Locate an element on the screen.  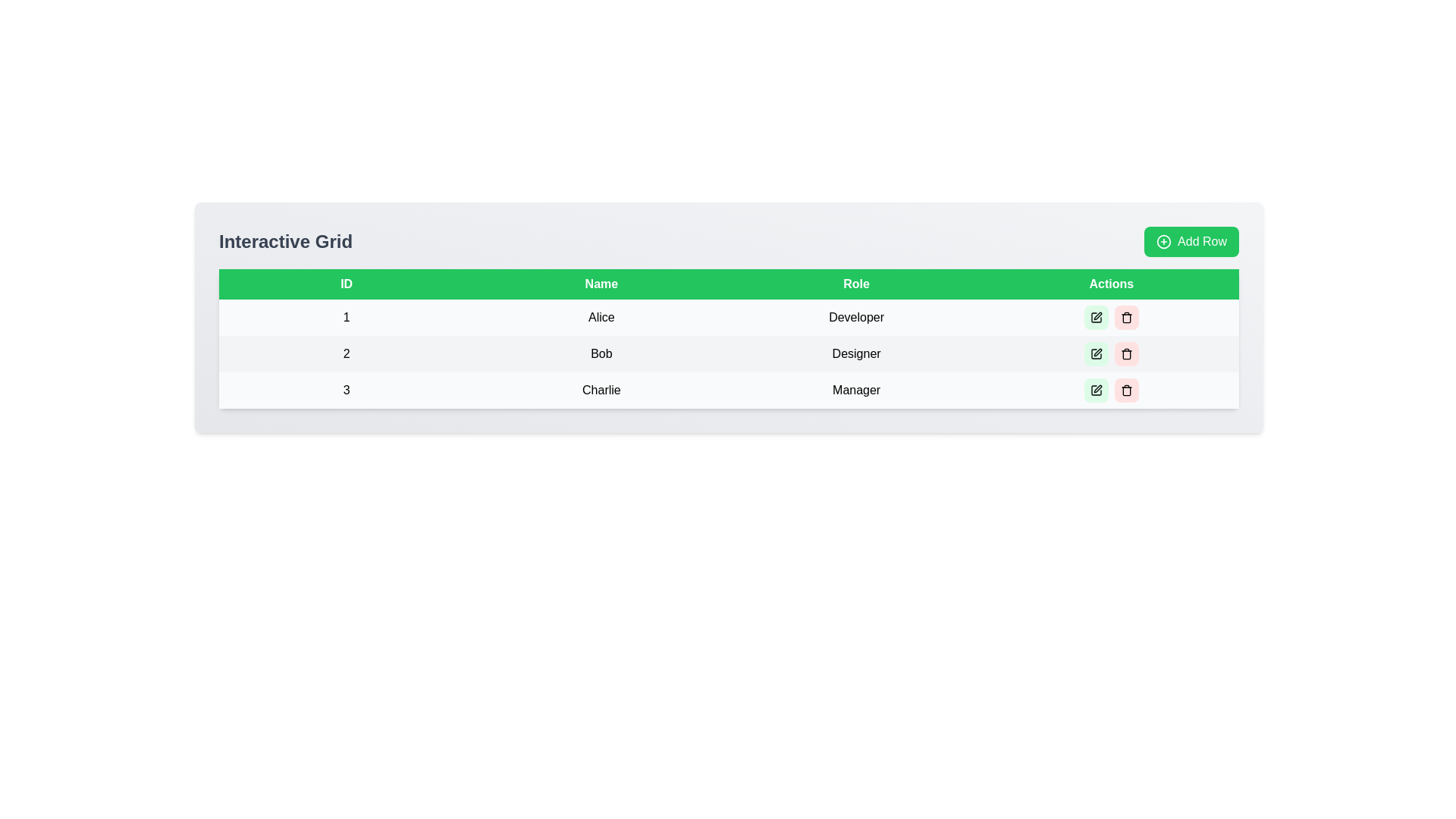
the Text element displaying the role of the individual named 'Charlie' in the row with ID 3 in the grid, located in the 'Role' column is located at coordinates (856, 390).